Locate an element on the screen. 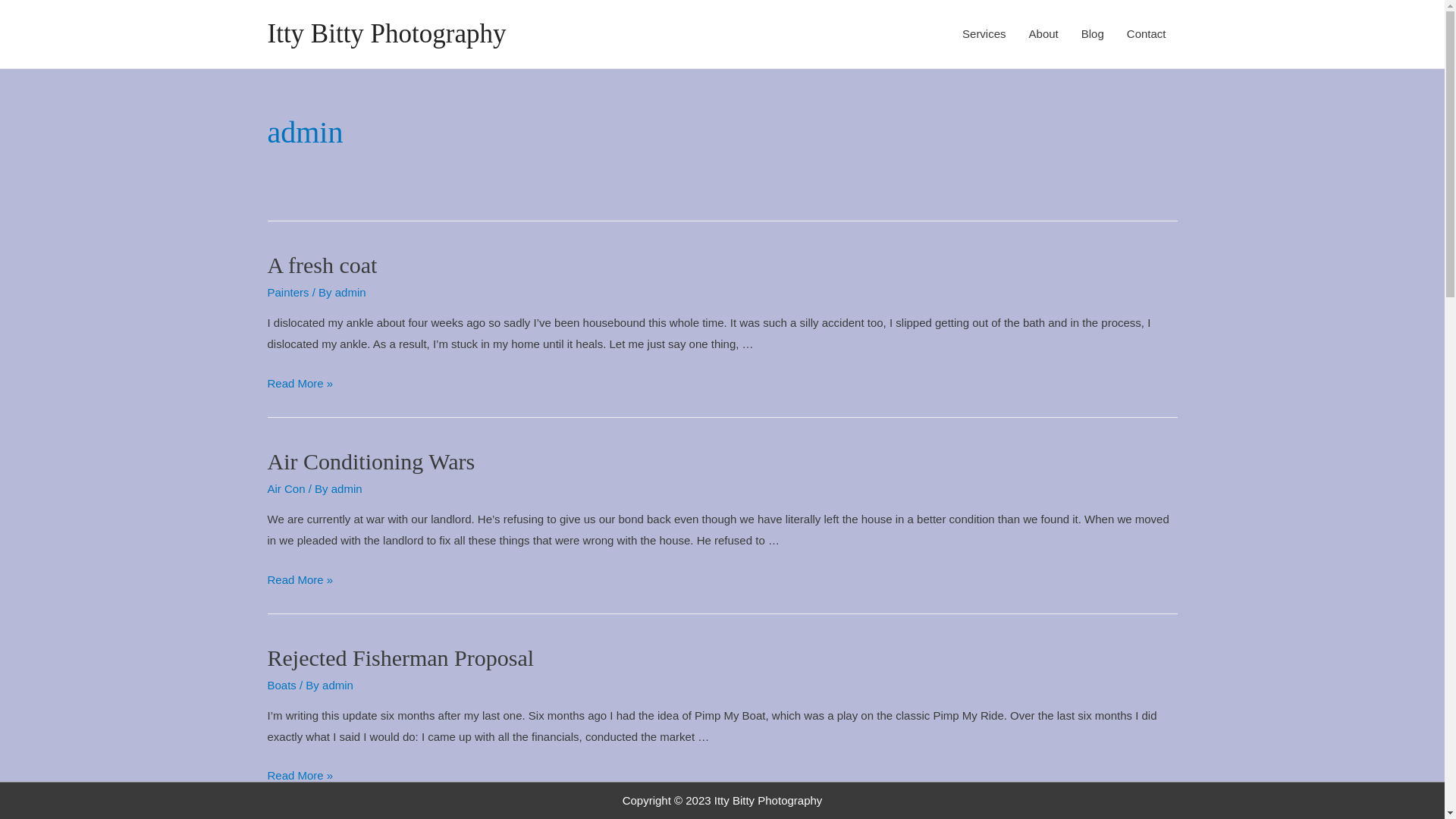 This screenshot has height=819, width=1456. 'About' is located at coordinates (1018, 34).